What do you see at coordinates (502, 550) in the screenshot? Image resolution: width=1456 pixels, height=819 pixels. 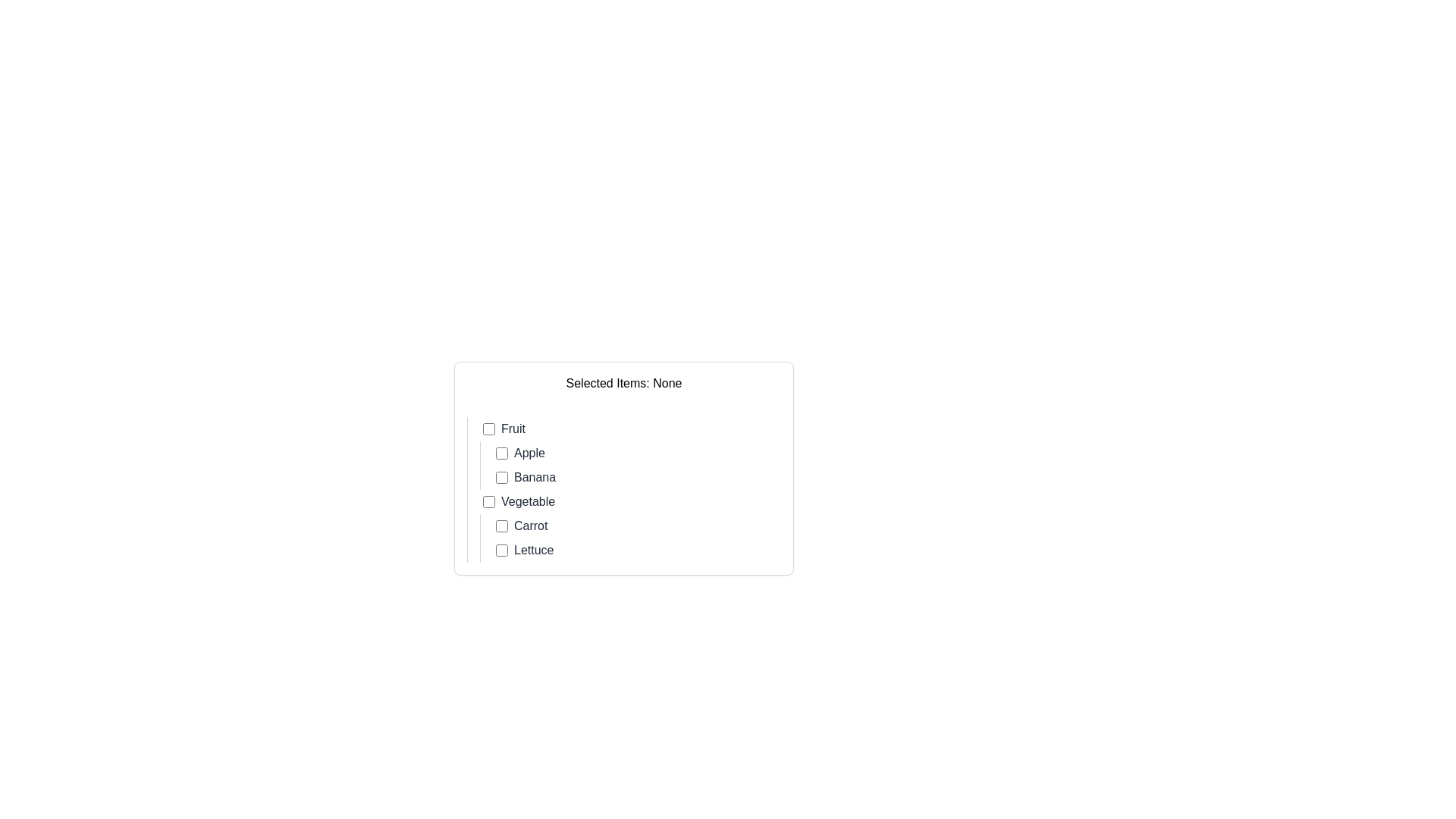 I see `the checkbox for the item labeled 'Lettuce' located at the bottom of the hierarchical checklist under 'Vegetable.'` at bounding box center [502, 550].